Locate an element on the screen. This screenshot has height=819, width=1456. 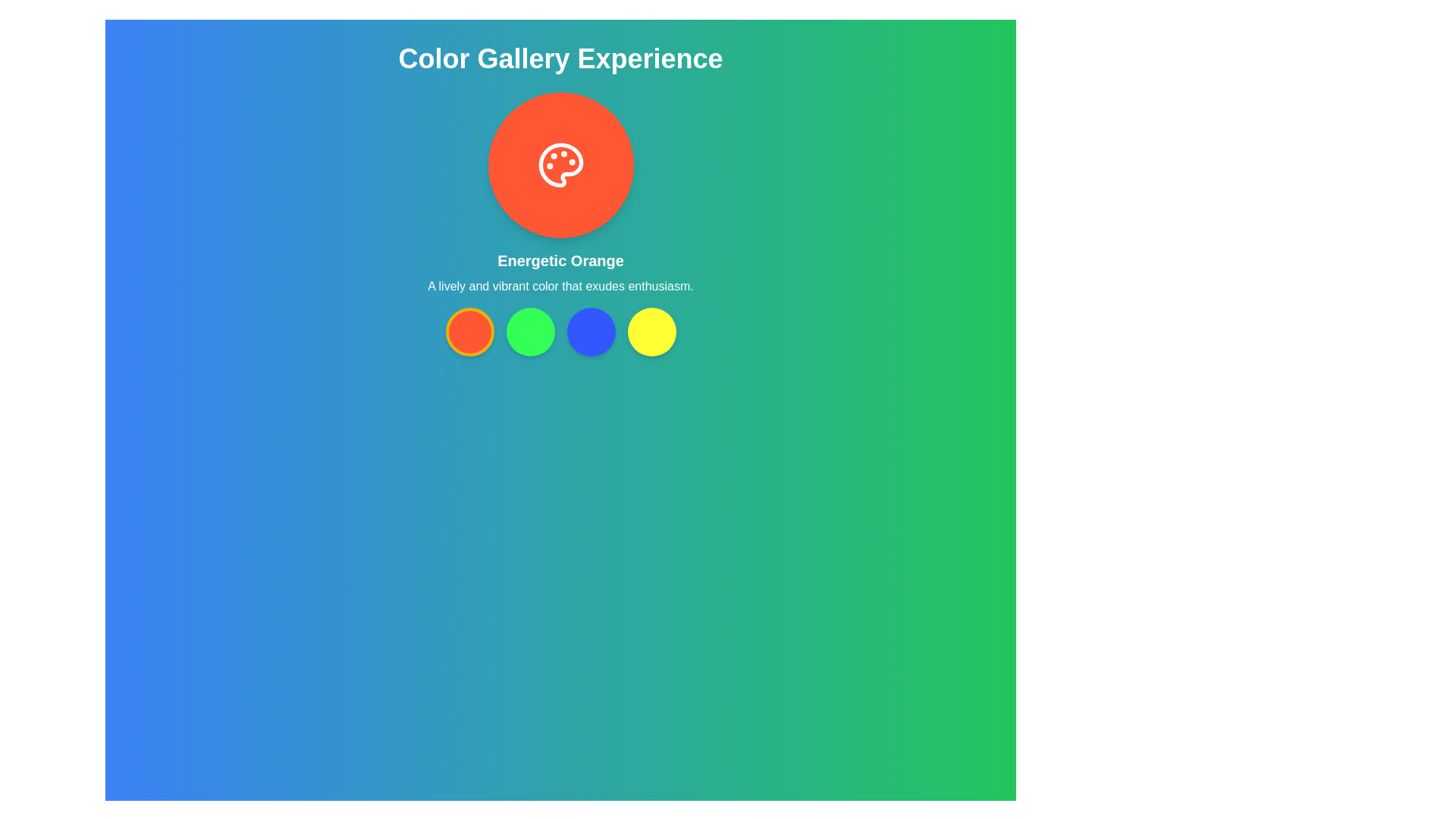
the vibrant blue circular button located centrally among four buttons beneath the 'Color Gallery Experience' title is located at coordinates (590, 331).